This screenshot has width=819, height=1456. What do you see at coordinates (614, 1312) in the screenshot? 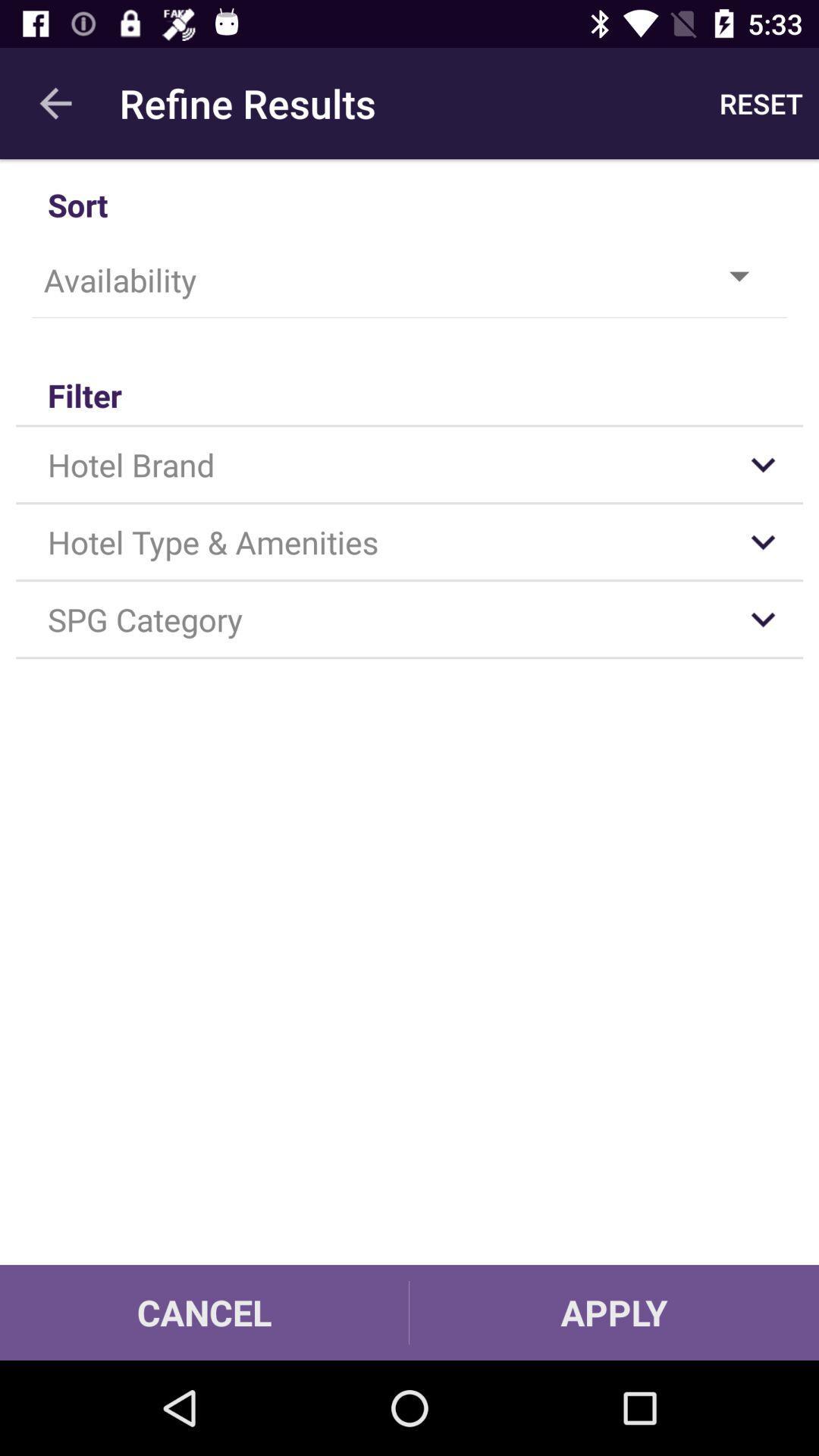
I see `the item to the right of cancel` at bounding box center [614, 1312].